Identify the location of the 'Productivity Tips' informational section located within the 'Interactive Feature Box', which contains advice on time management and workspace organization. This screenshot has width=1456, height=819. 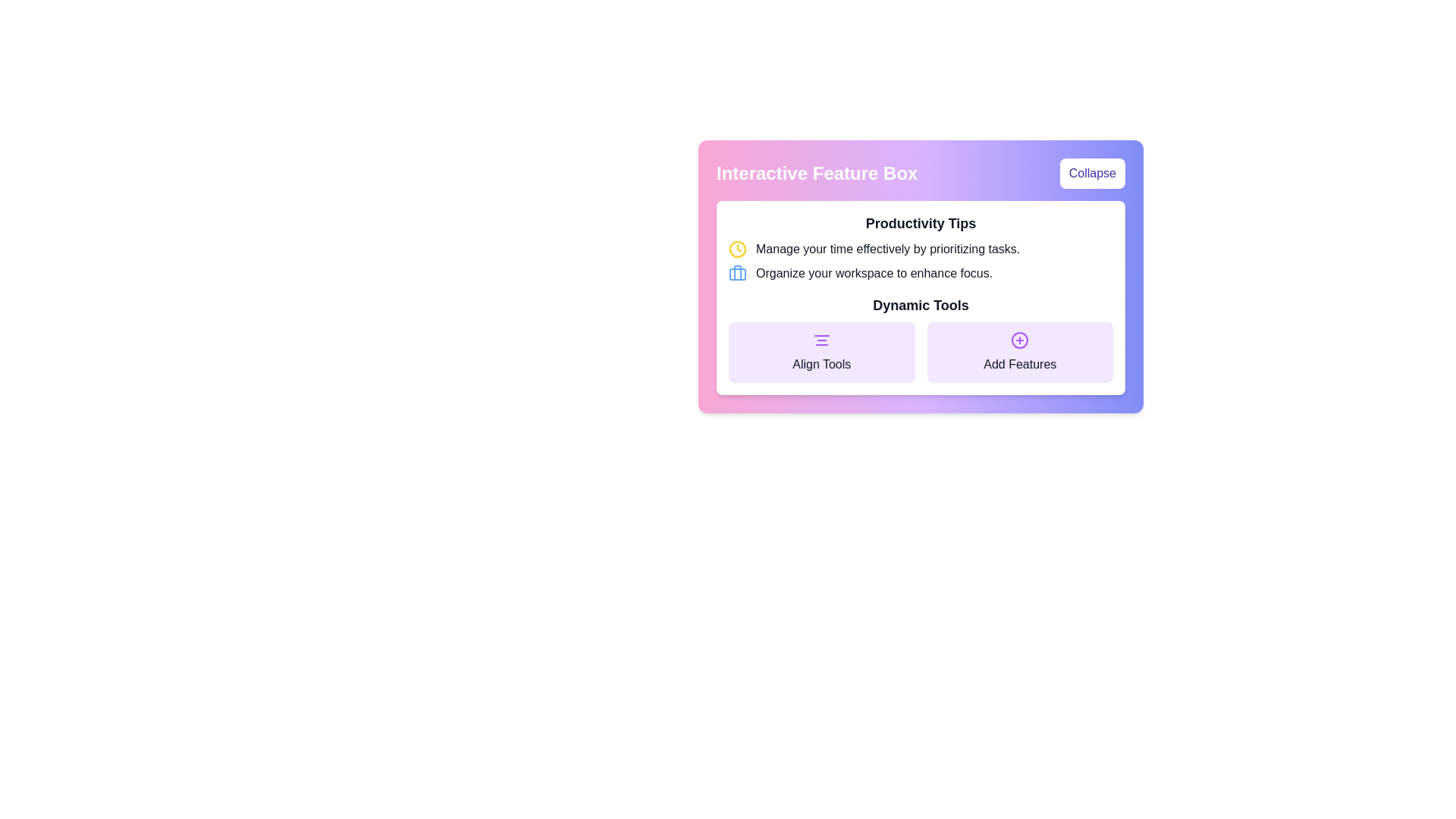
(920, 247).